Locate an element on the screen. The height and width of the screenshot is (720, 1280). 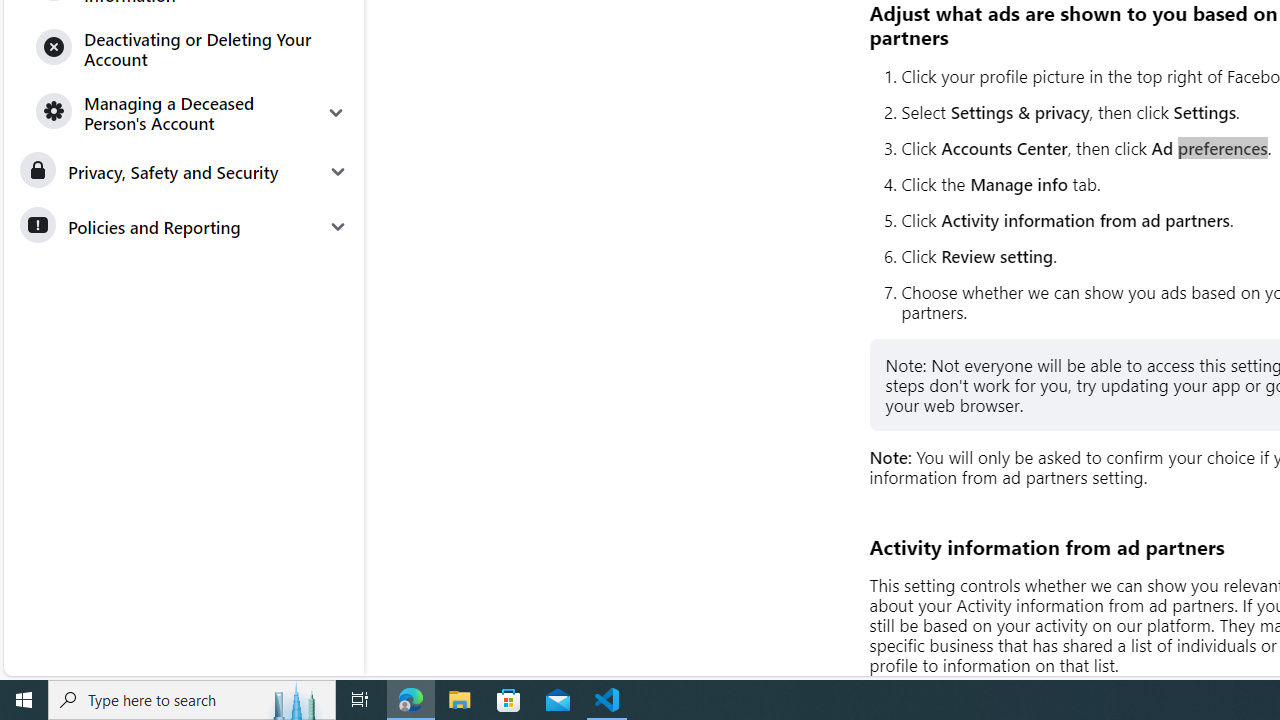
'Privacy, Safety and Security' is located at coordinates (183, 170).